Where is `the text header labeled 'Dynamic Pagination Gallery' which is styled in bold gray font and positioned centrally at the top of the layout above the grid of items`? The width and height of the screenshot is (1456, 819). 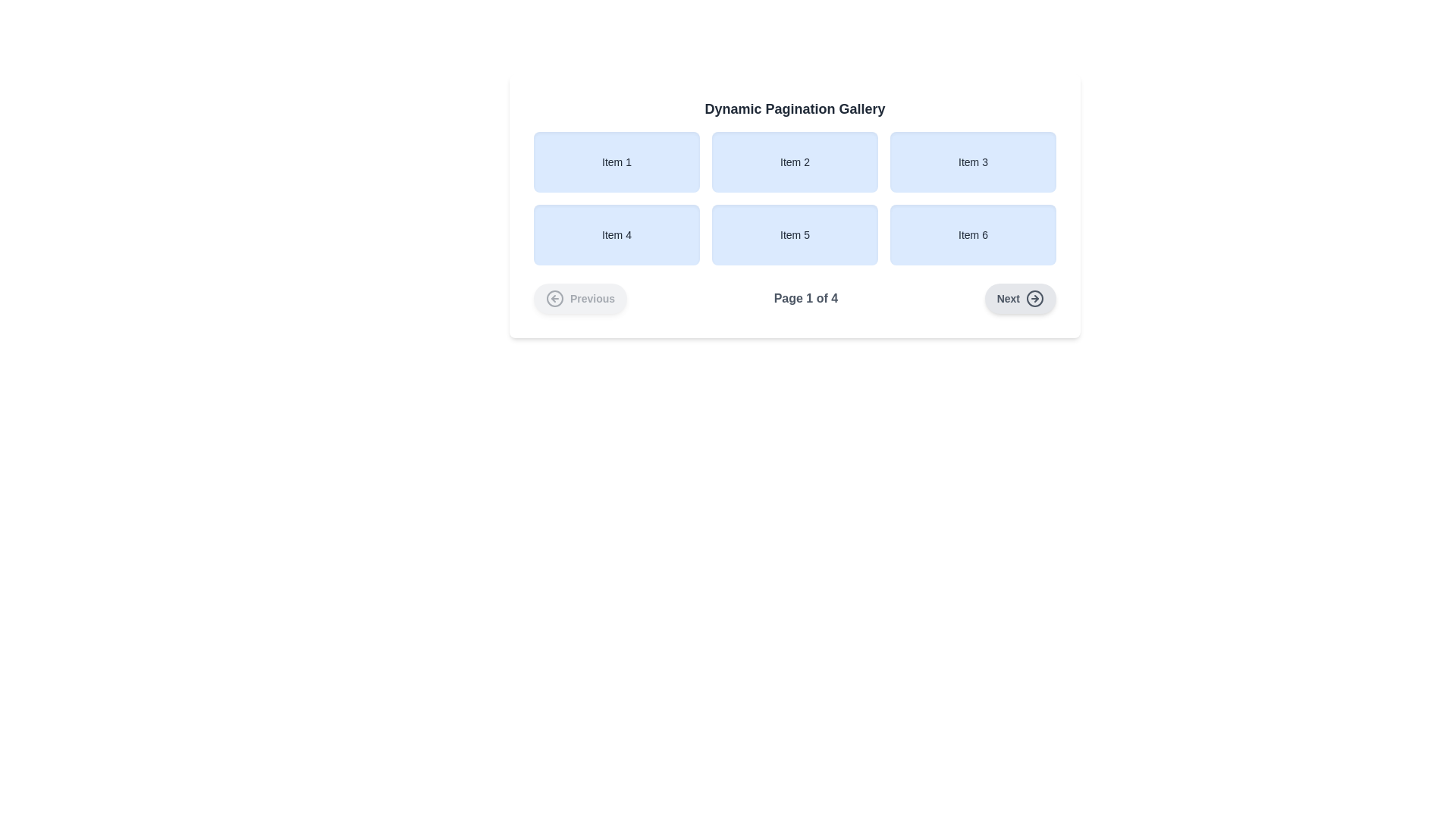 the text header labeled 'Dynamic Pagination Gallery' which is styled in bold gray font and positioned centrally at the top of the layout above the grid of items is located at coordinates (794, 108).